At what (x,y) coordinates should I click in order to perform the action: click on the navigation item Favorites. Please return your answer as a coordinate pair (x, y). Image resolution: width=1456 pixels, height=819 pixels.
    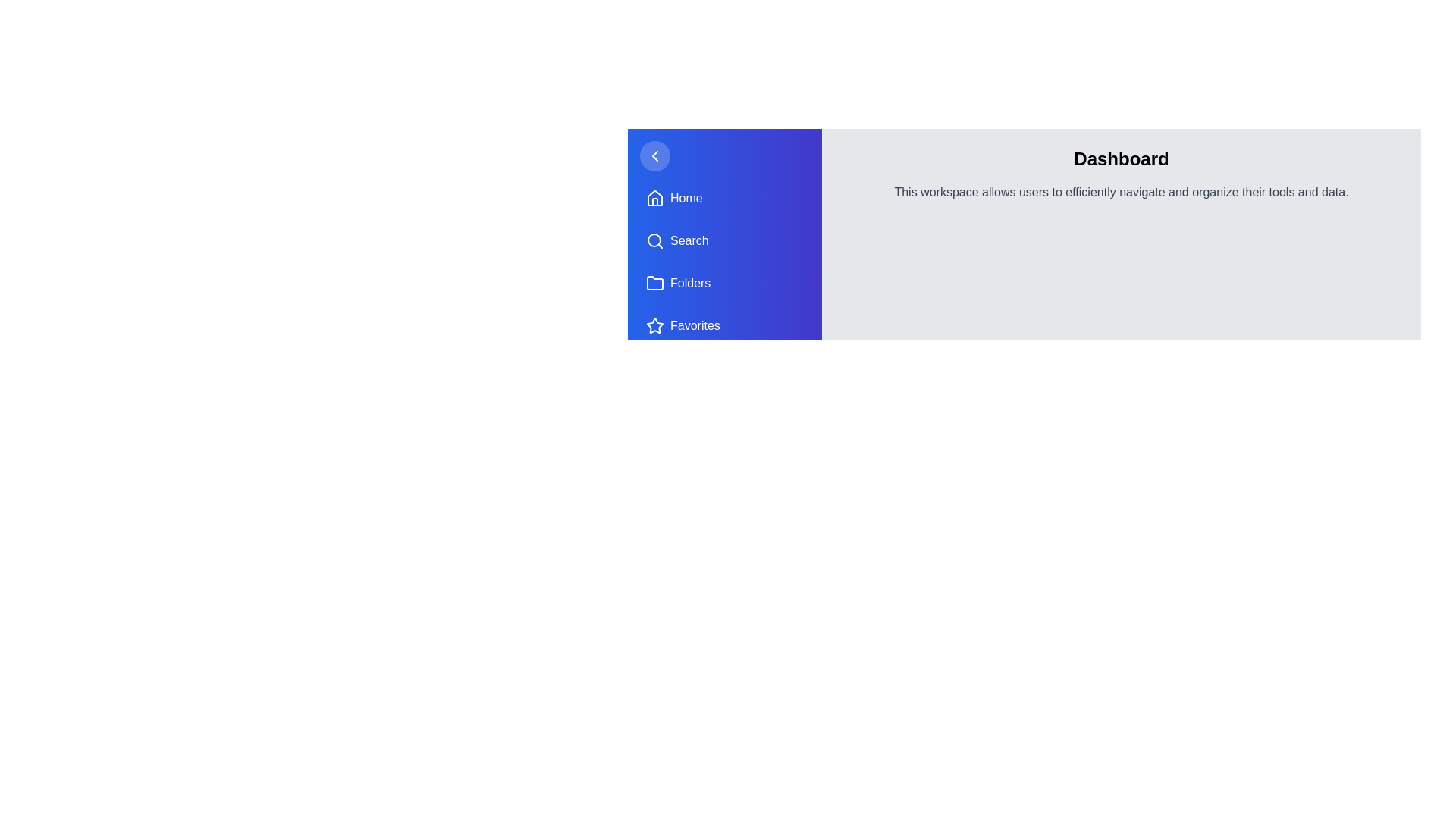
    Looking at the image, I should click on (723, 325).